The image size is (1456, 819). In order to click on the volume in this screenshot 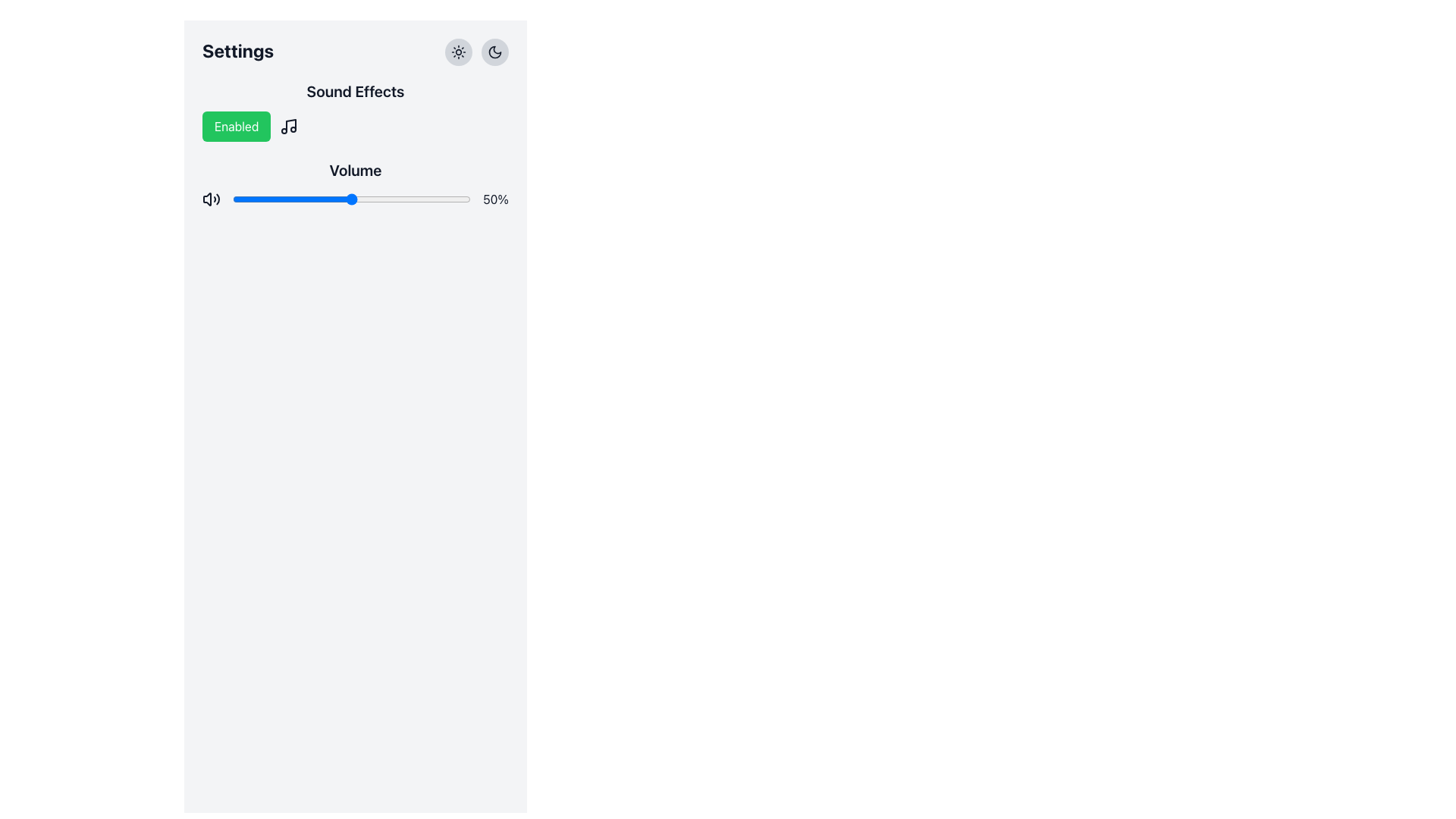, I will do `click(358, 198)`.